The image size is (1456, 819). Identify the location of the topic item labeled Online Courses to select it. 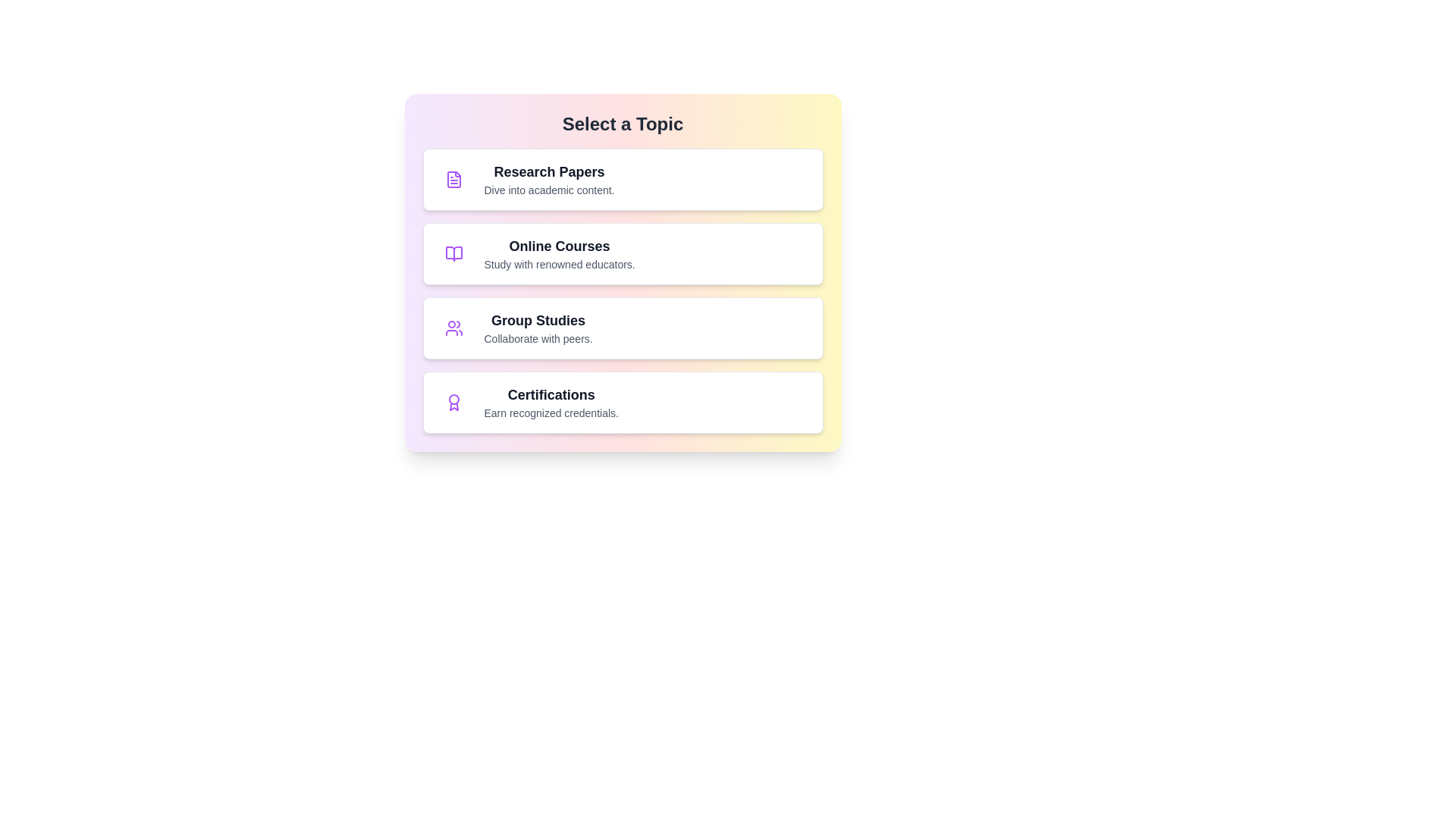
(623, 253).